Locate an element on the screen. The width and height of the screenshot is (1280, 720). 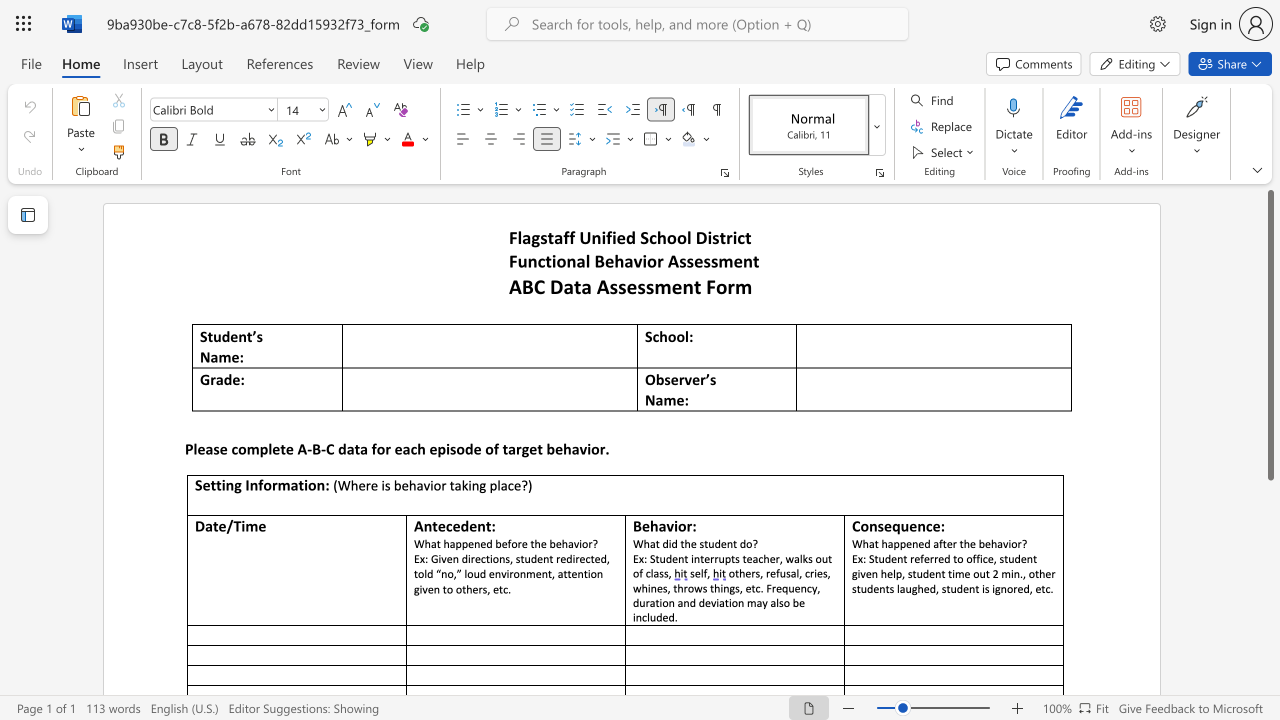
the 2th character "A" in the text is located at coordinates (602, 286).